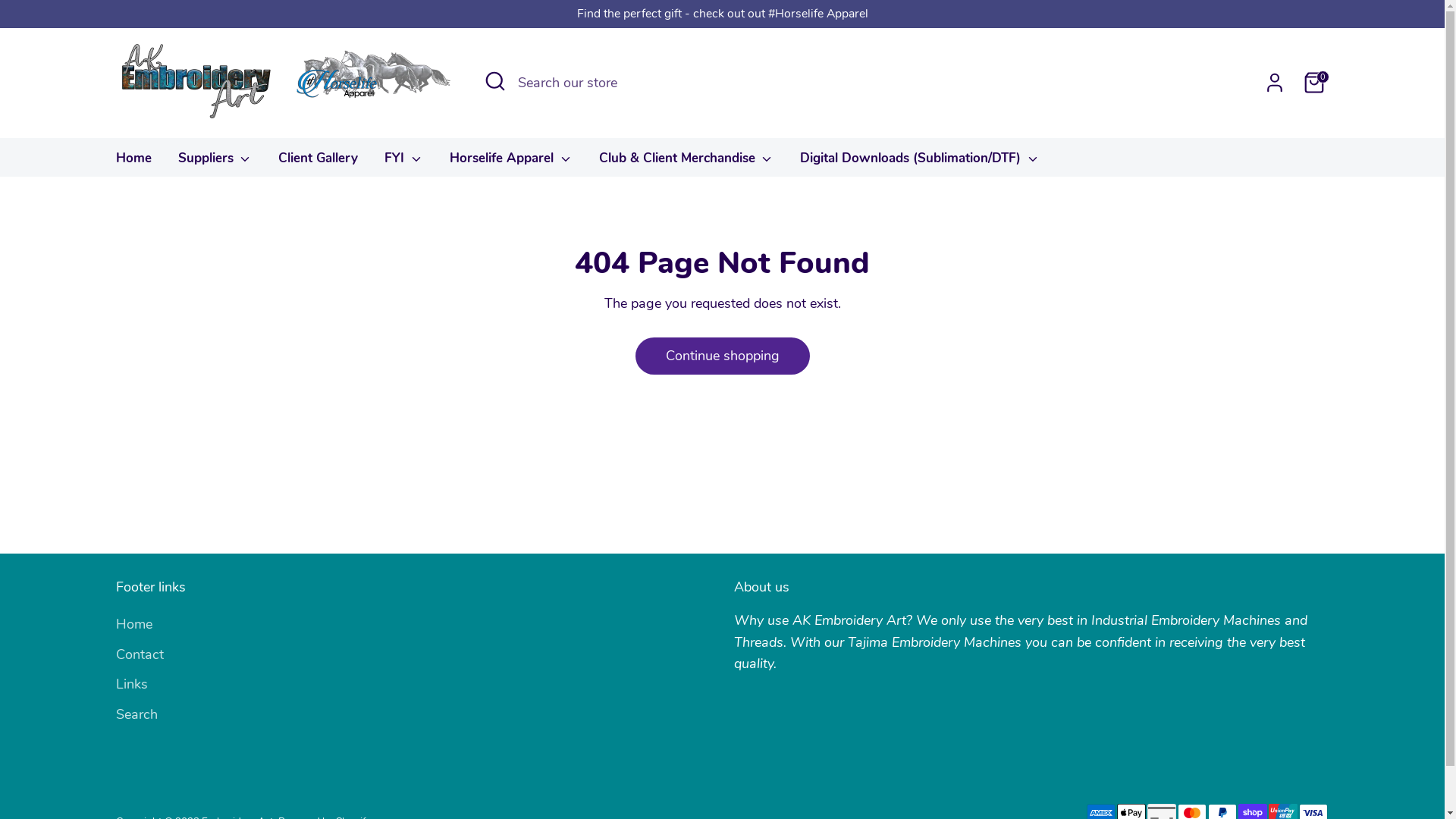 The image size is (1456, 819). What do you see at coordinates (133, 163) in the screenshot?
I see `'Home'` at bounding box center [133, 163].